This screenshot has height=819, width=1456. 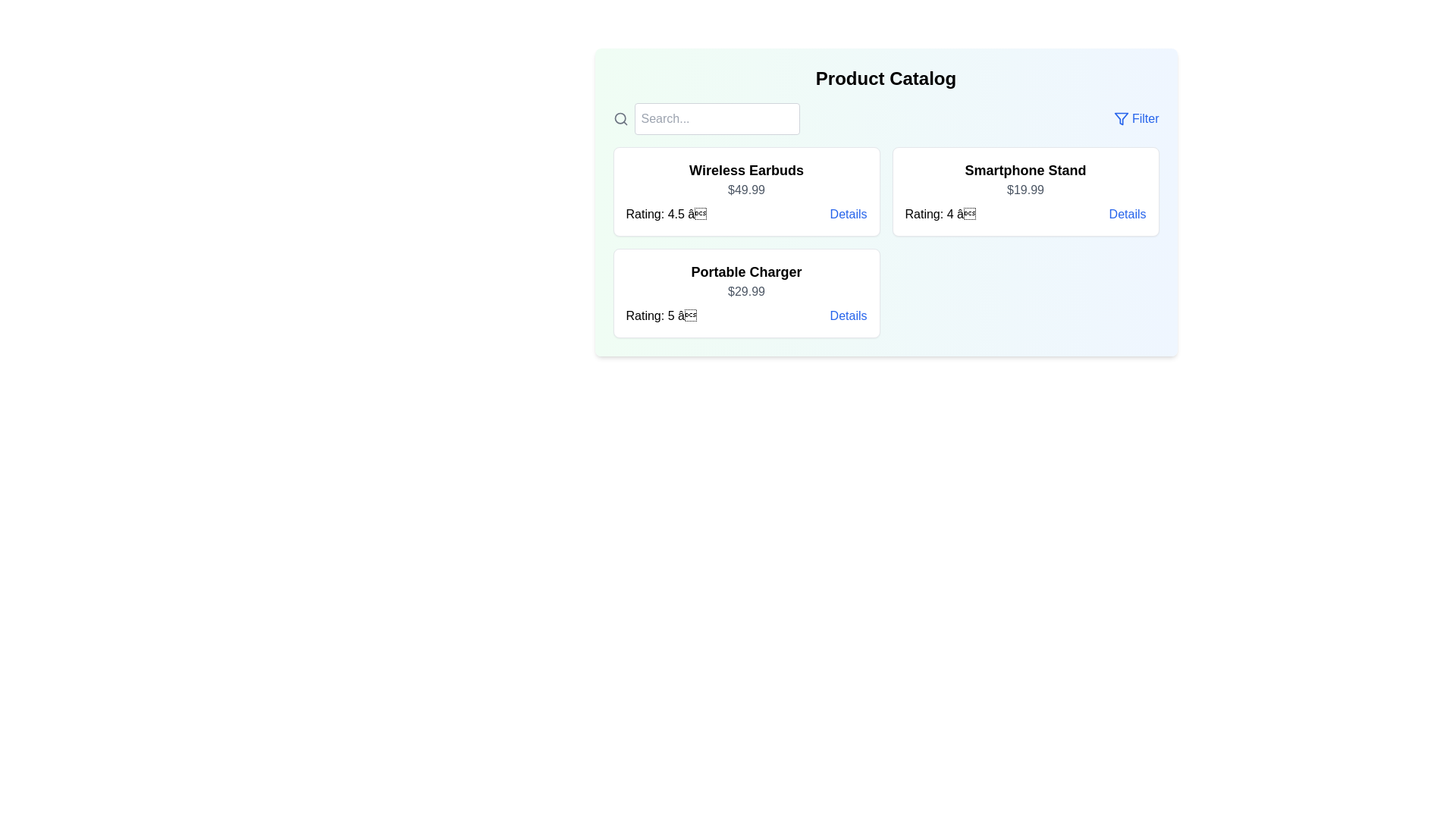 What do you see at coordinates (847, 214) in the screenshot?
I see `the 'Details' link for the product titled Wireless Earbuds` at bounding box center [847, 214].